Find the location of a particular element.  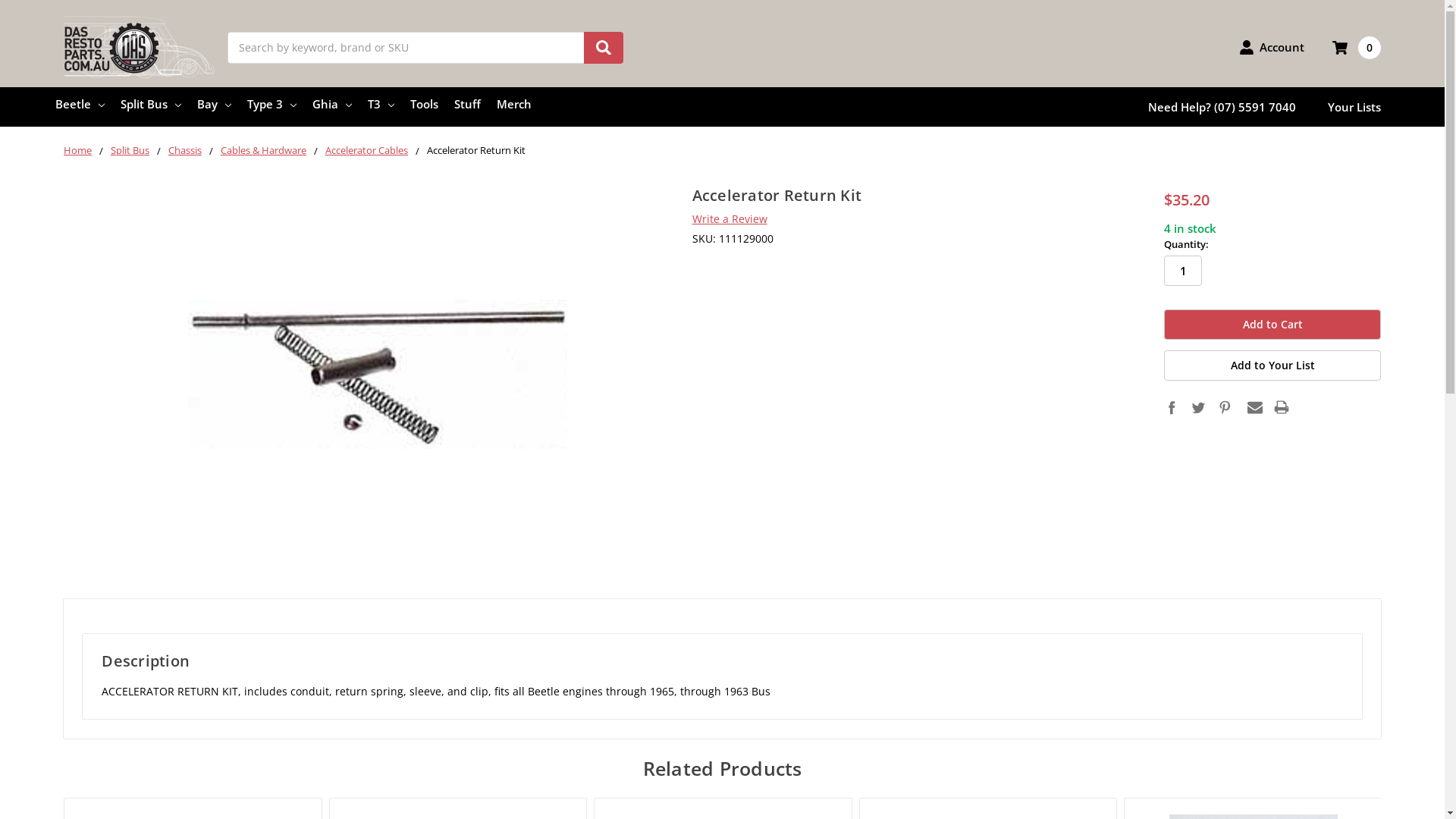

'Your Lists' is located at coordinates (1354, 106).